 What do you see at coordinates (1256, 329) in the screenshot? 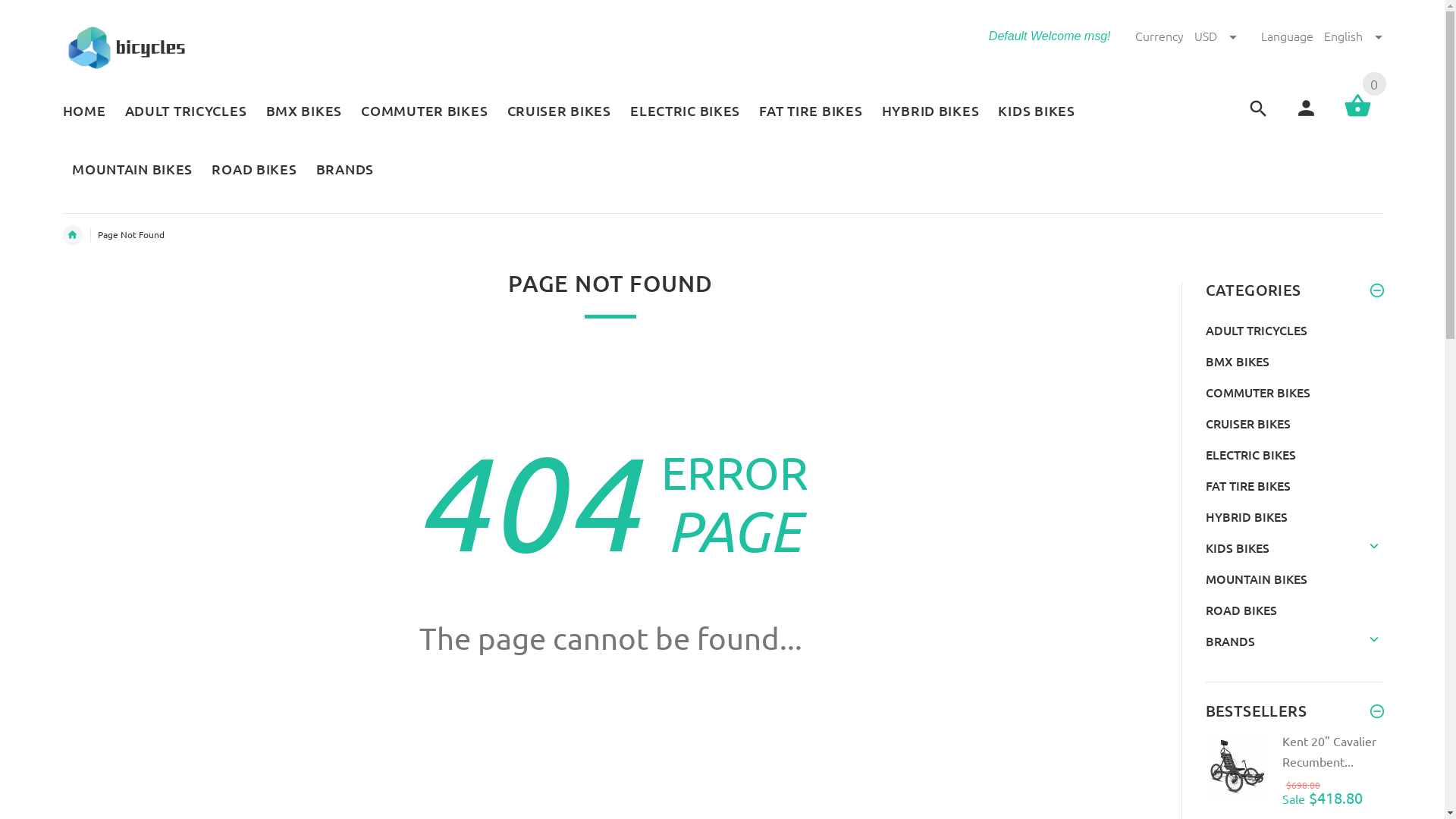
I see `'ADULT TRICYCLES'` at bounding box center [1256, 329].